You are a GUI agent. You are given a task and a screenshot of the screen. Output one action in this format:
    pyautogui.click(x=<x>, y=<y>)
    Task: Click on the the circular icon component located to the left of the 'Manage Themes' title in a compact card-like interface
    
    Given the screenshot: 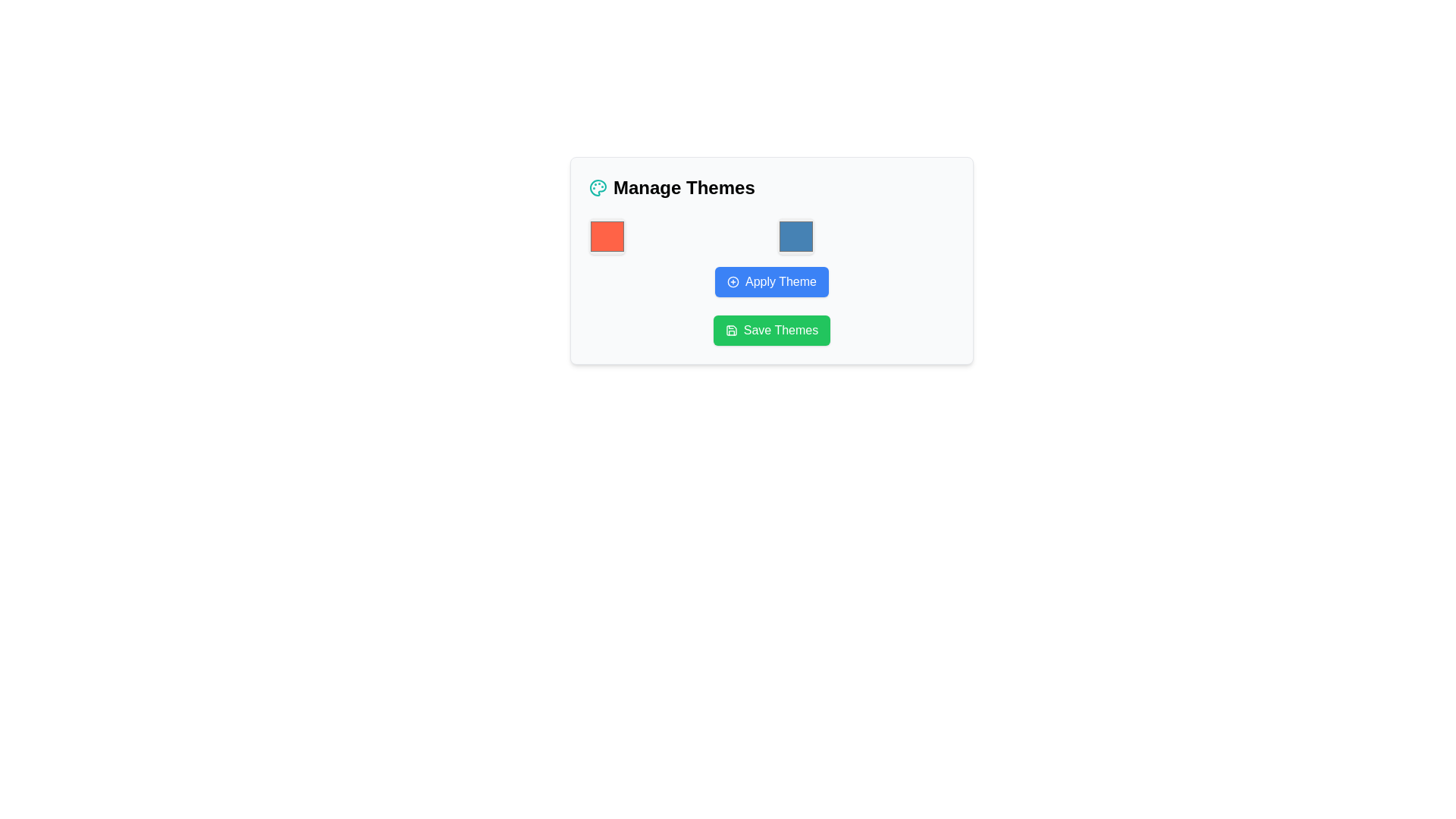 What is the action you would take?
    pyautogui.click(x=597, y=187)
    